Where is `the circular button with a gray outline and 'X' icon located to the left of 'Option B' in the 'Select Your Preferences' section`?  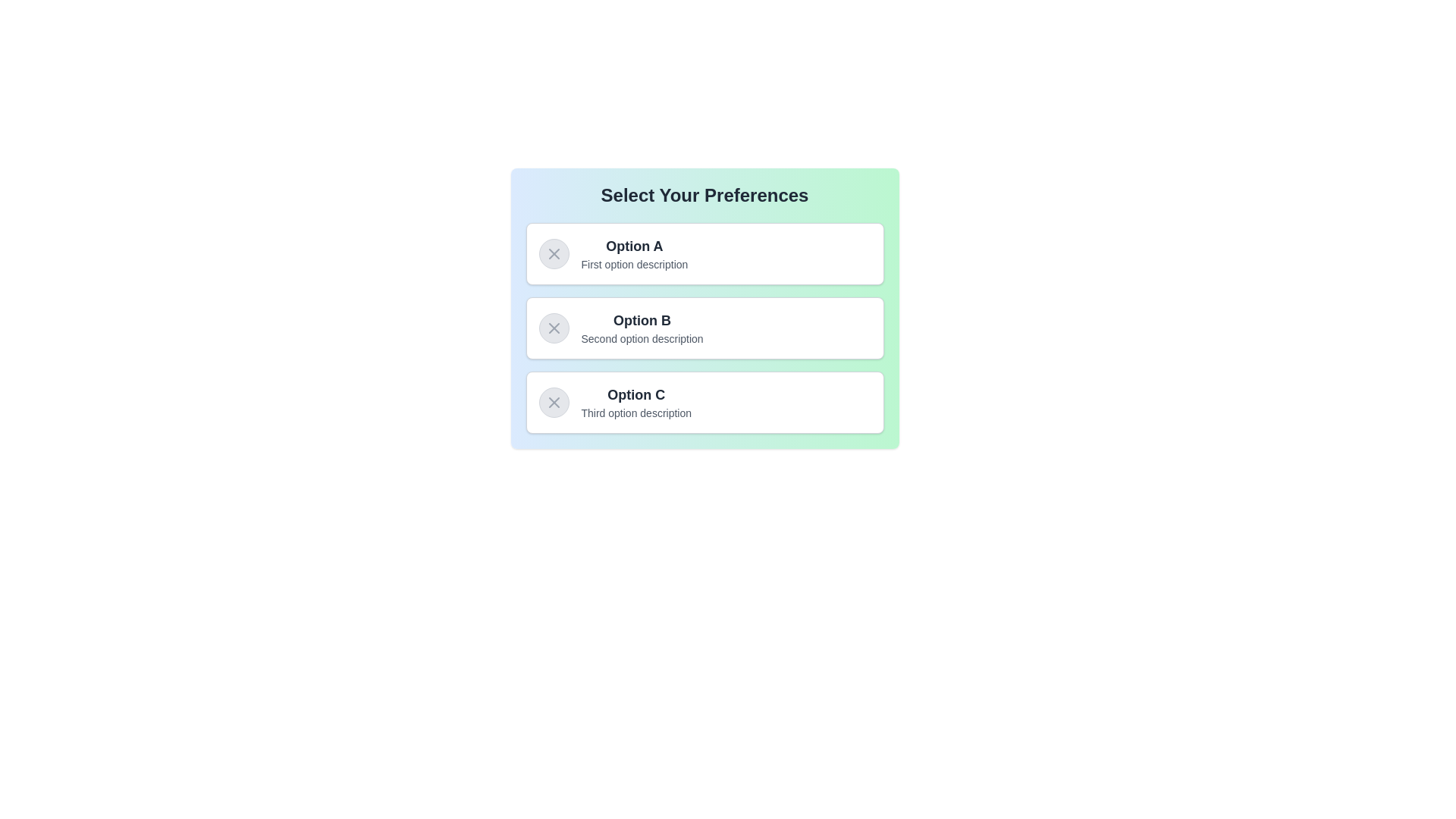 the circular button with a gray outline and 'X' icon located to the left of 'Option B' in the 'Select Your Preferences' section is located at coordinates (553, 327).